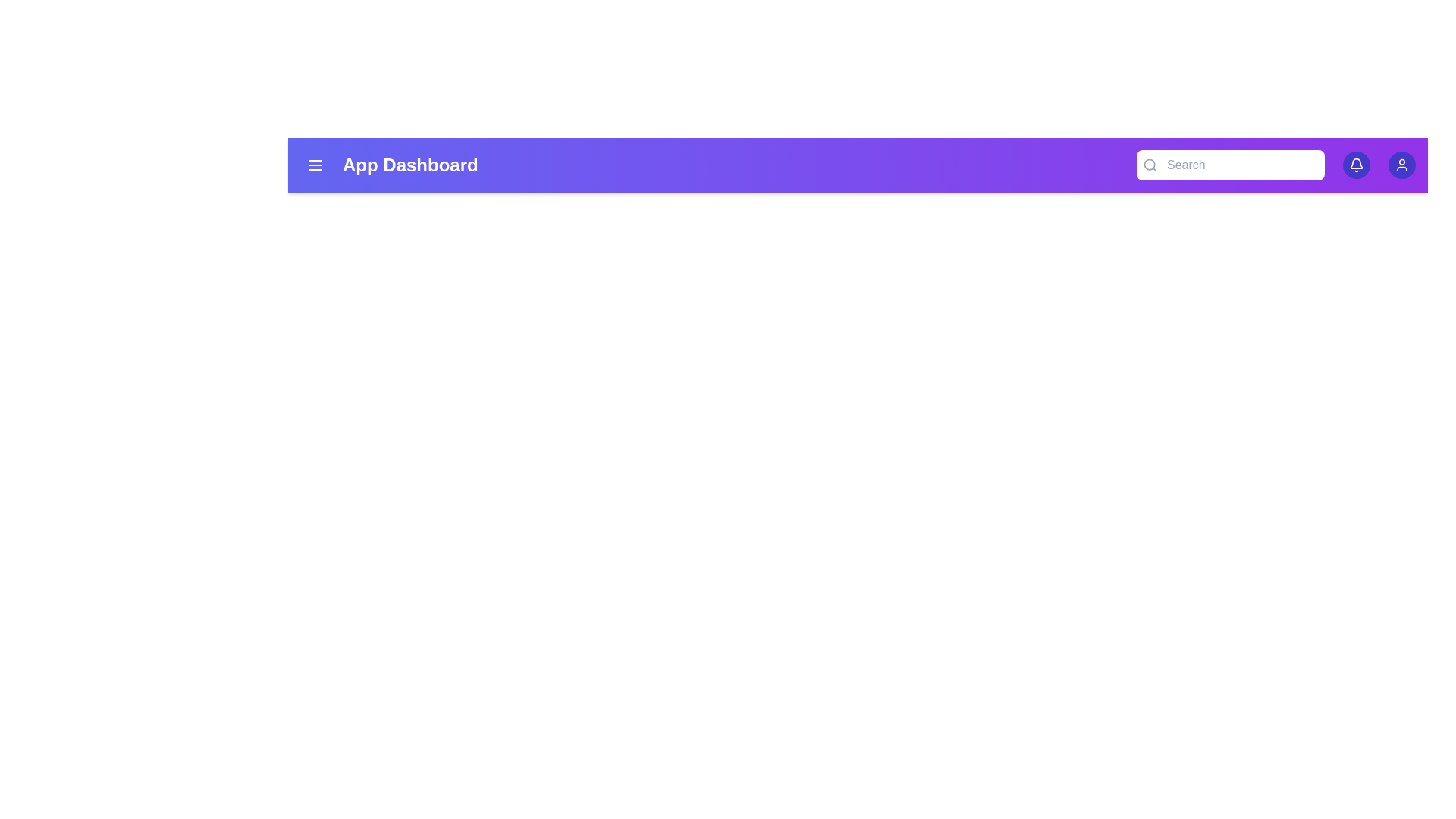  Describe the element at coordinates (1150, 165) in the screenshot. I see `the search icon to activate the search functionality` at that location.